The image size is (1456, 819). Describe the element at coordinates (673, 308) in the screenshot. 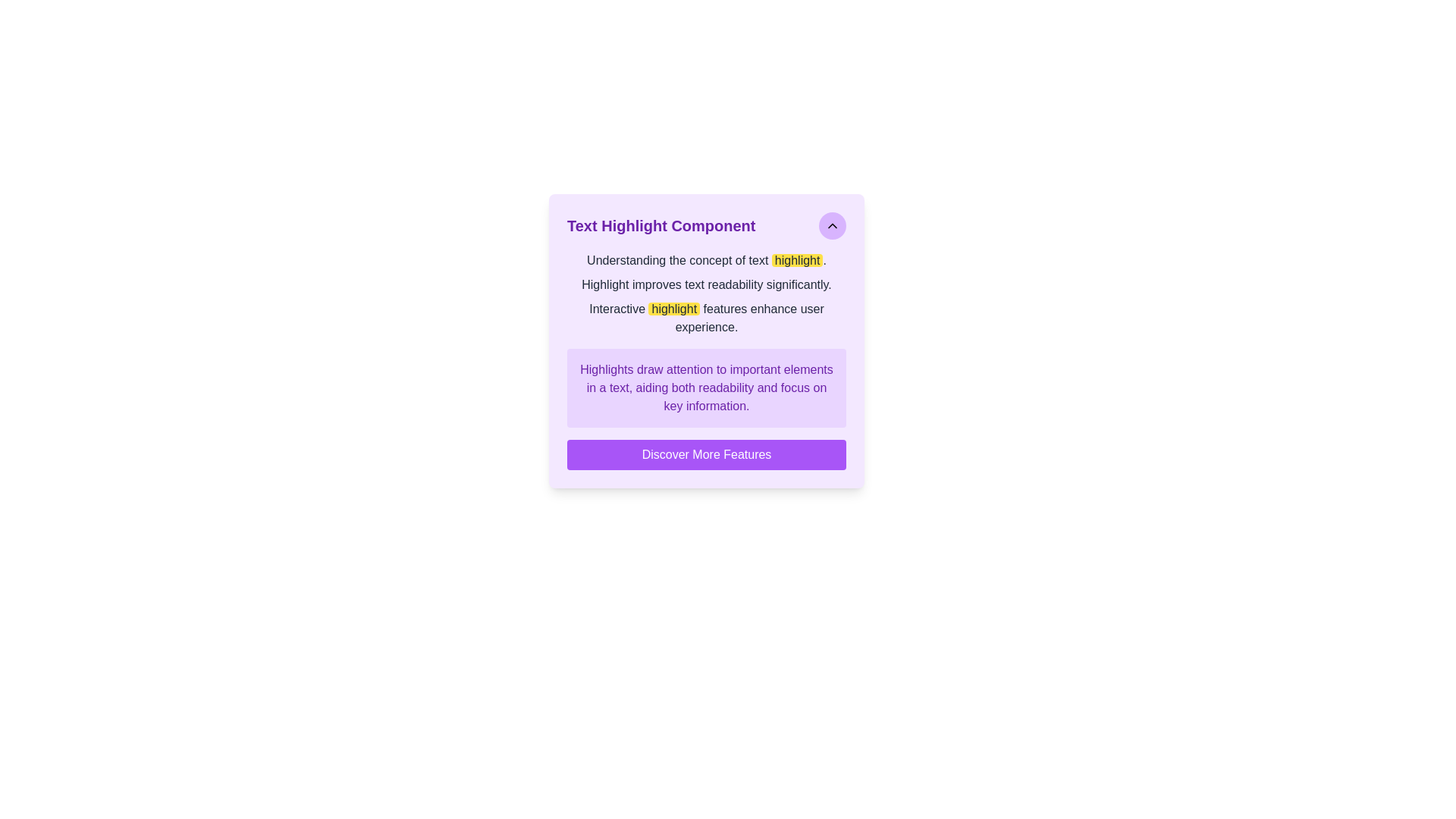

I see `the styled text 'highlight' within the 'Text Highlight Component' box to emphasize its importance` at that location.